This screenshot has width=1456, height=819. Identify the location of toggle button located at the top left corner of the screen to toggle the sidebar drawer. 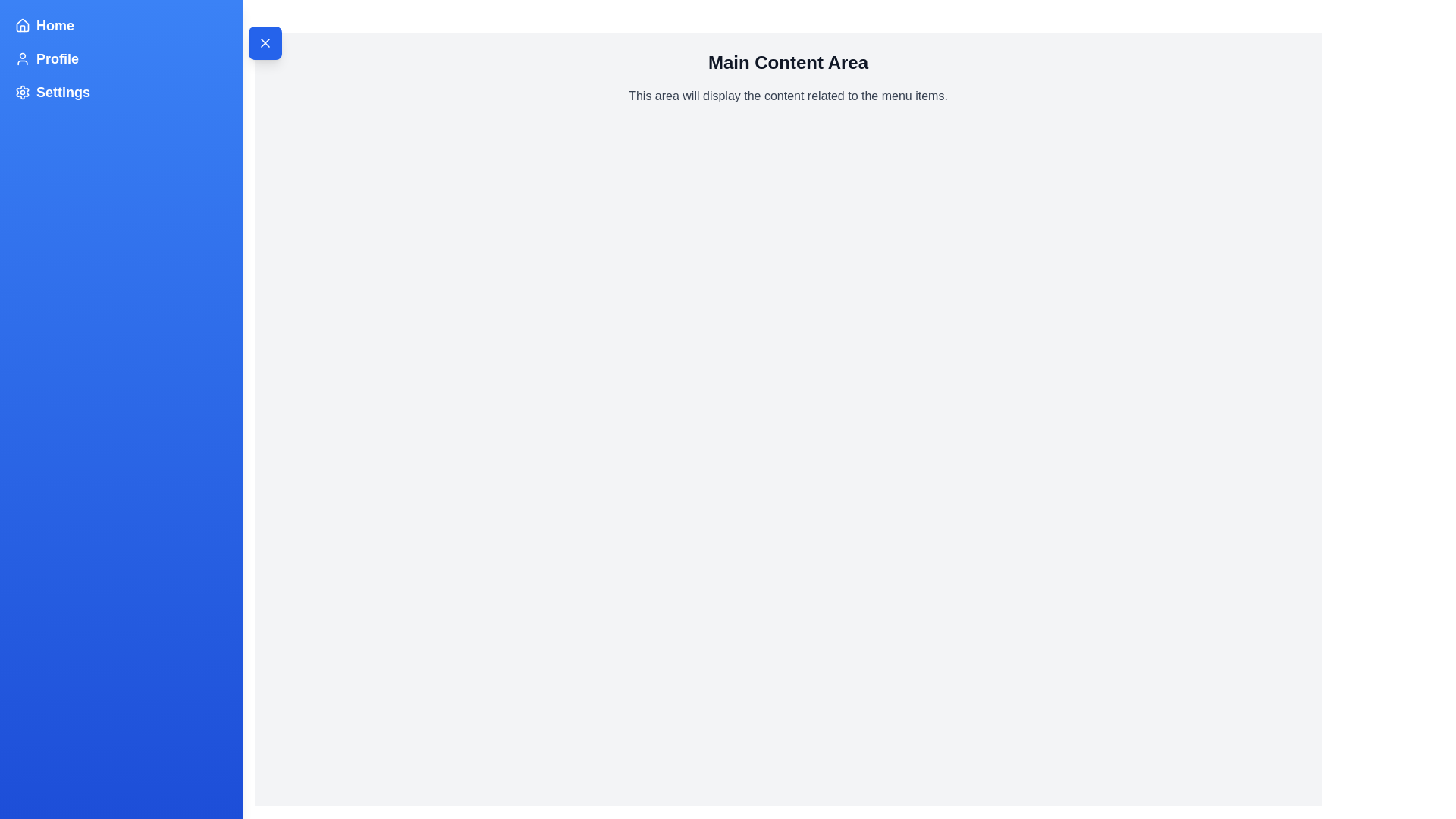
(265, 42).